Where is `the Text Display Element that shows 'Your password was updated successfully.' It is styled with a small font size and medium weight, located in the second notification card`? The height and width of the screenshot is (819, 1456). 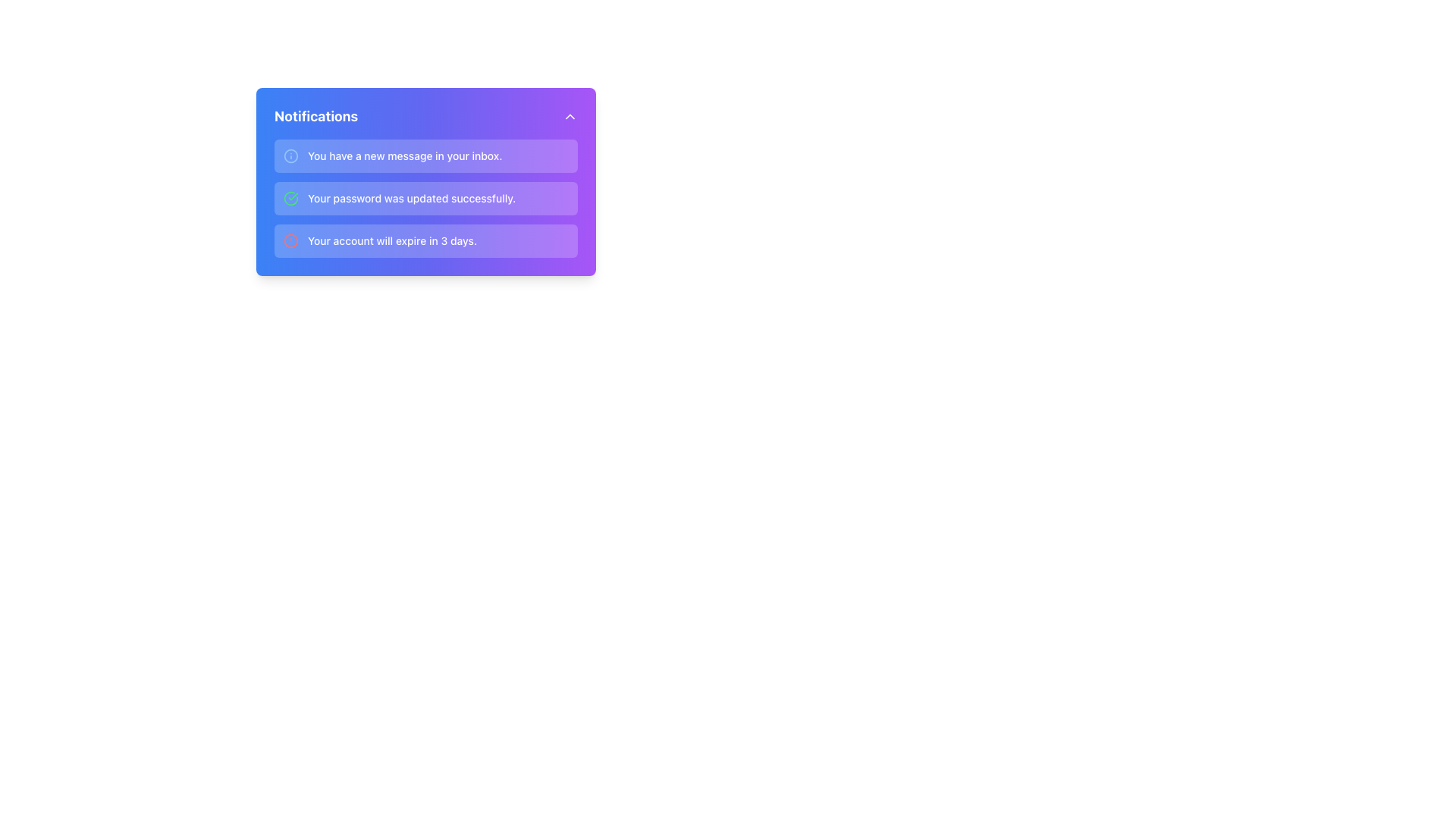
the Text Display Element that shows 'Your password was updated successfully.' It is styled with a small font size and medium weight, located in the second notification card is located at coordinates (412, 198).